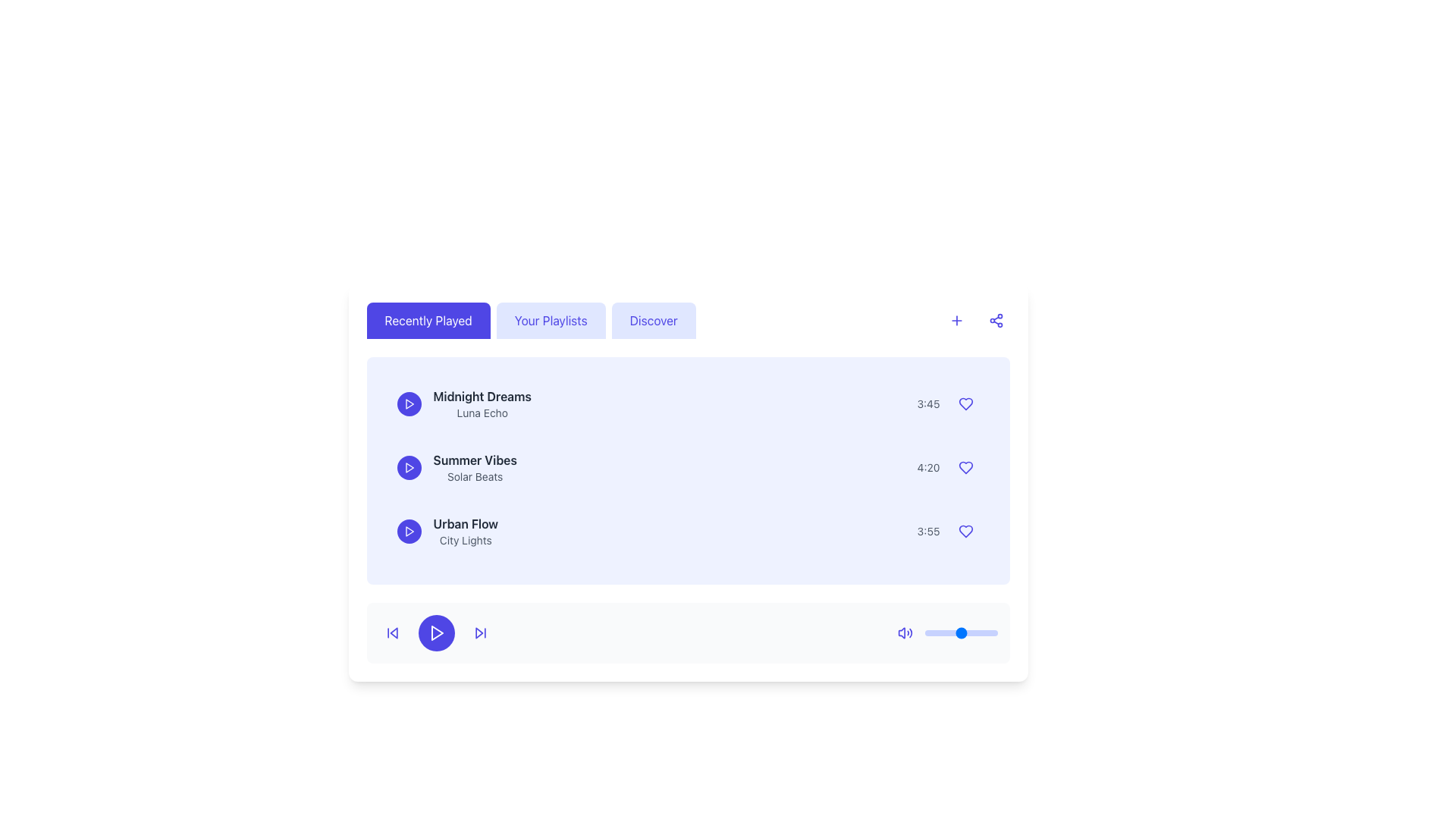 This screenshot has width=1456, height=819. Describe the element at coordinates (436, 632) in the screenshot. I see `the Play icon located at the bottom center of the interface` at that location.